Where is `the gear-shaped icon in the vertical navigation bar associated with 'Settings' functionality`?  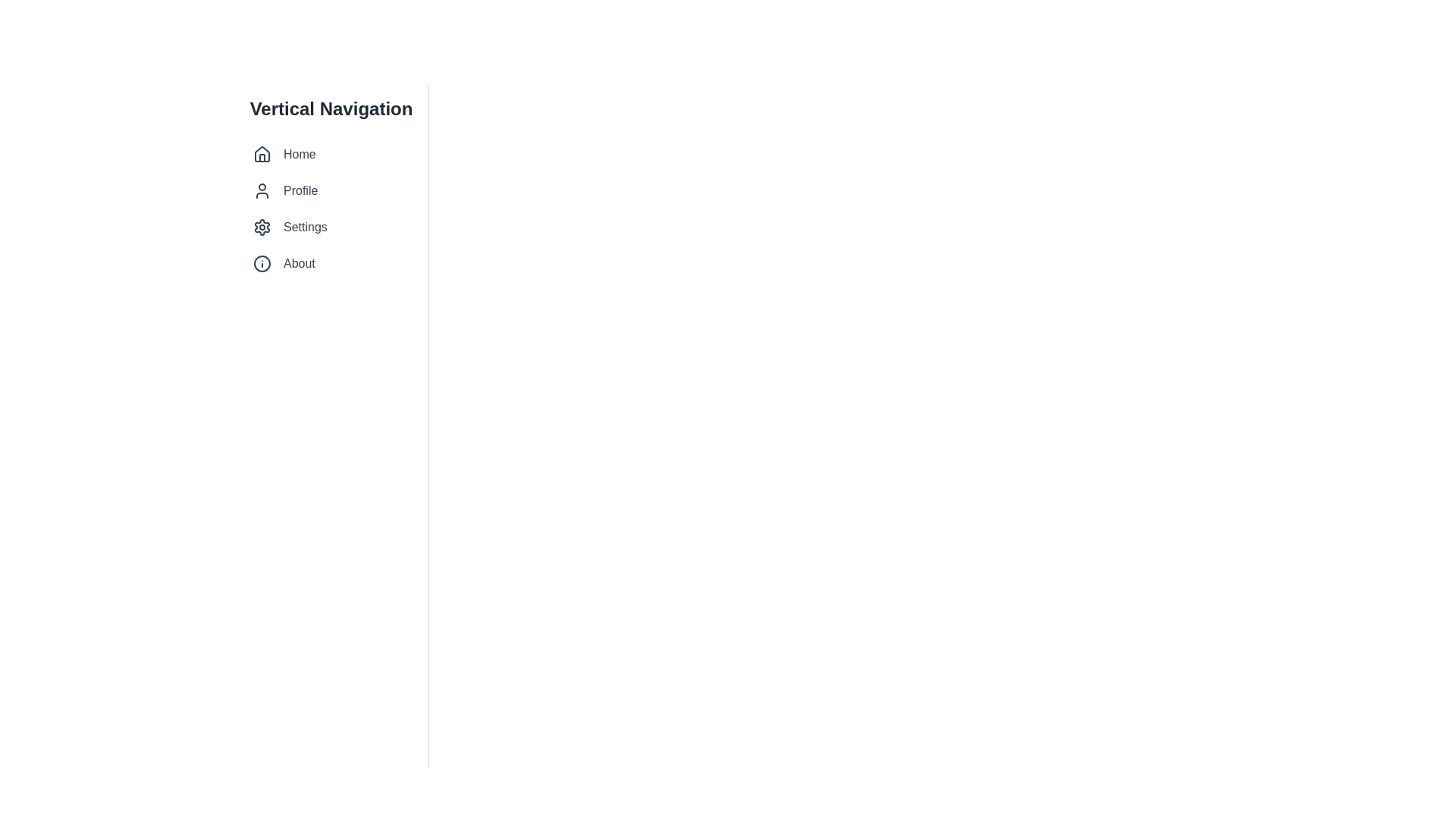
the gear-shaped icon in the vertical navigation bar associated with 'Settings' functionality is located at coordinates (262, 227).